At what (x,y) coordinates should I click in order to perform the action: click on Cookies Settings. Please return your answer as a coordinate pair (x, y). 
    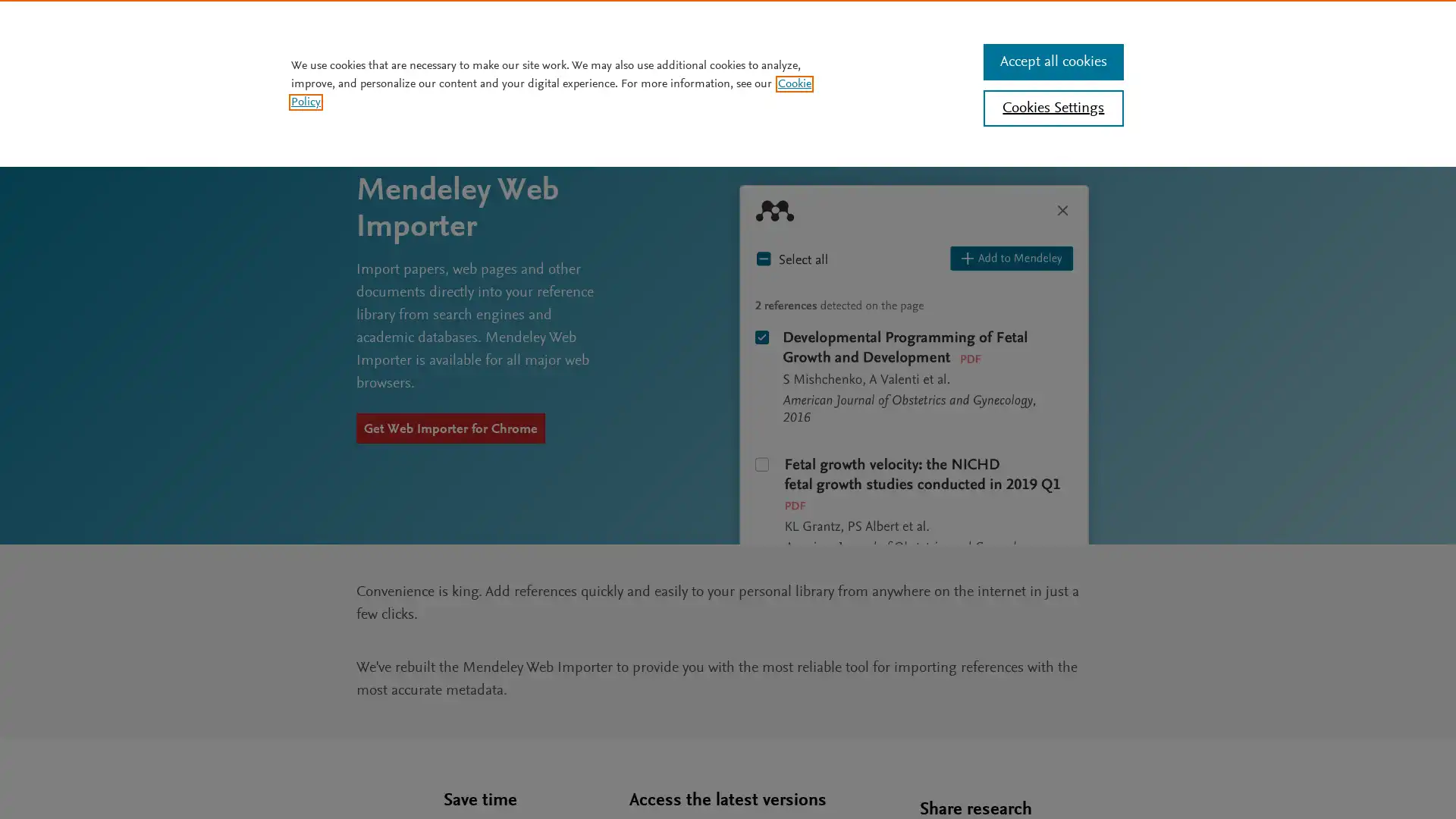
    Looking at the image, I should click on (1052, 107).